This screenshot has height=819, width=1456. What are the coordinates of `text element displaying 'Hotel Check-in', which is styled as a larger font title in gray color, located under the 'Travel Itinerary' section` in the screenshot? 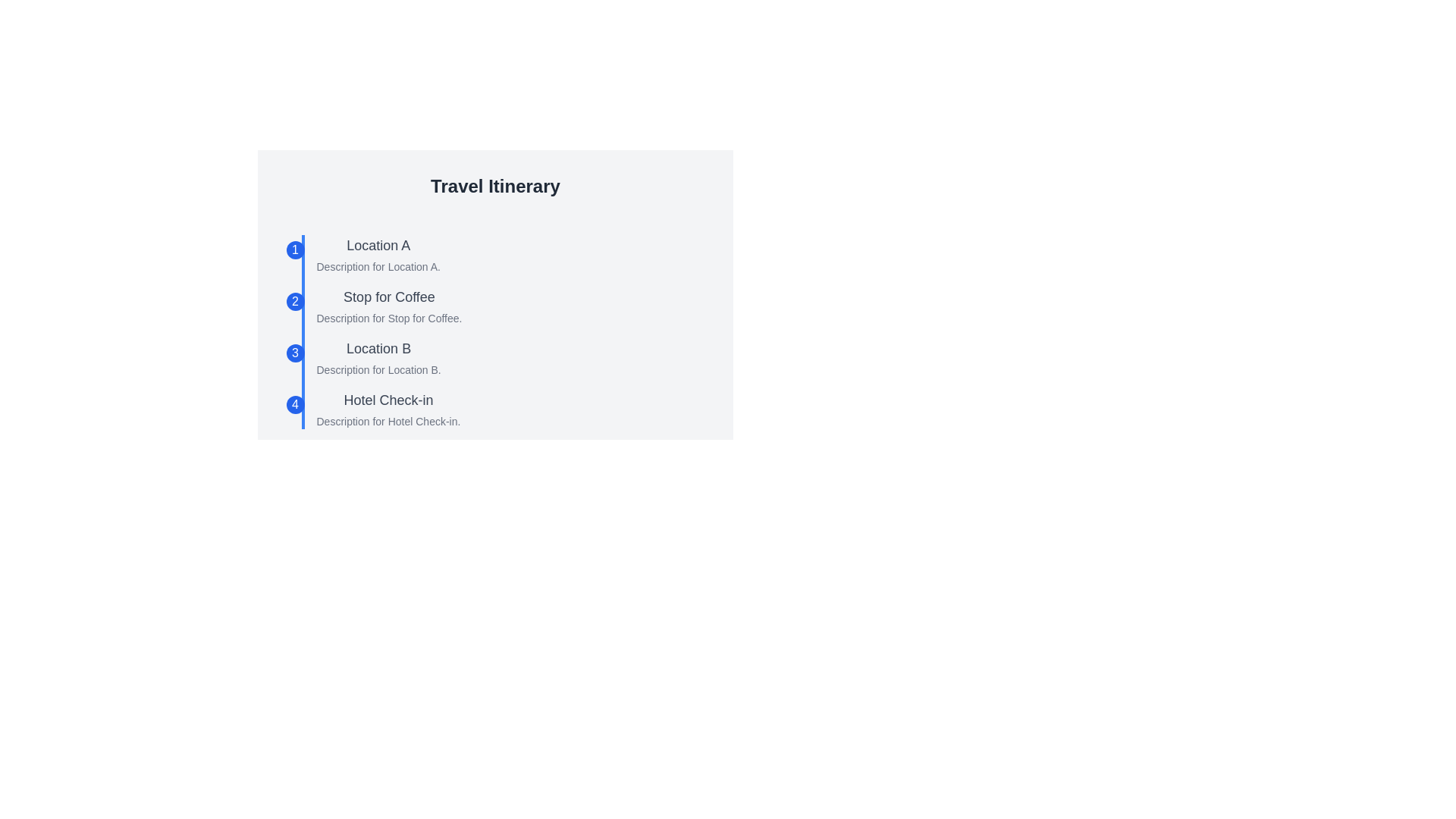 It's located at (388, 400).